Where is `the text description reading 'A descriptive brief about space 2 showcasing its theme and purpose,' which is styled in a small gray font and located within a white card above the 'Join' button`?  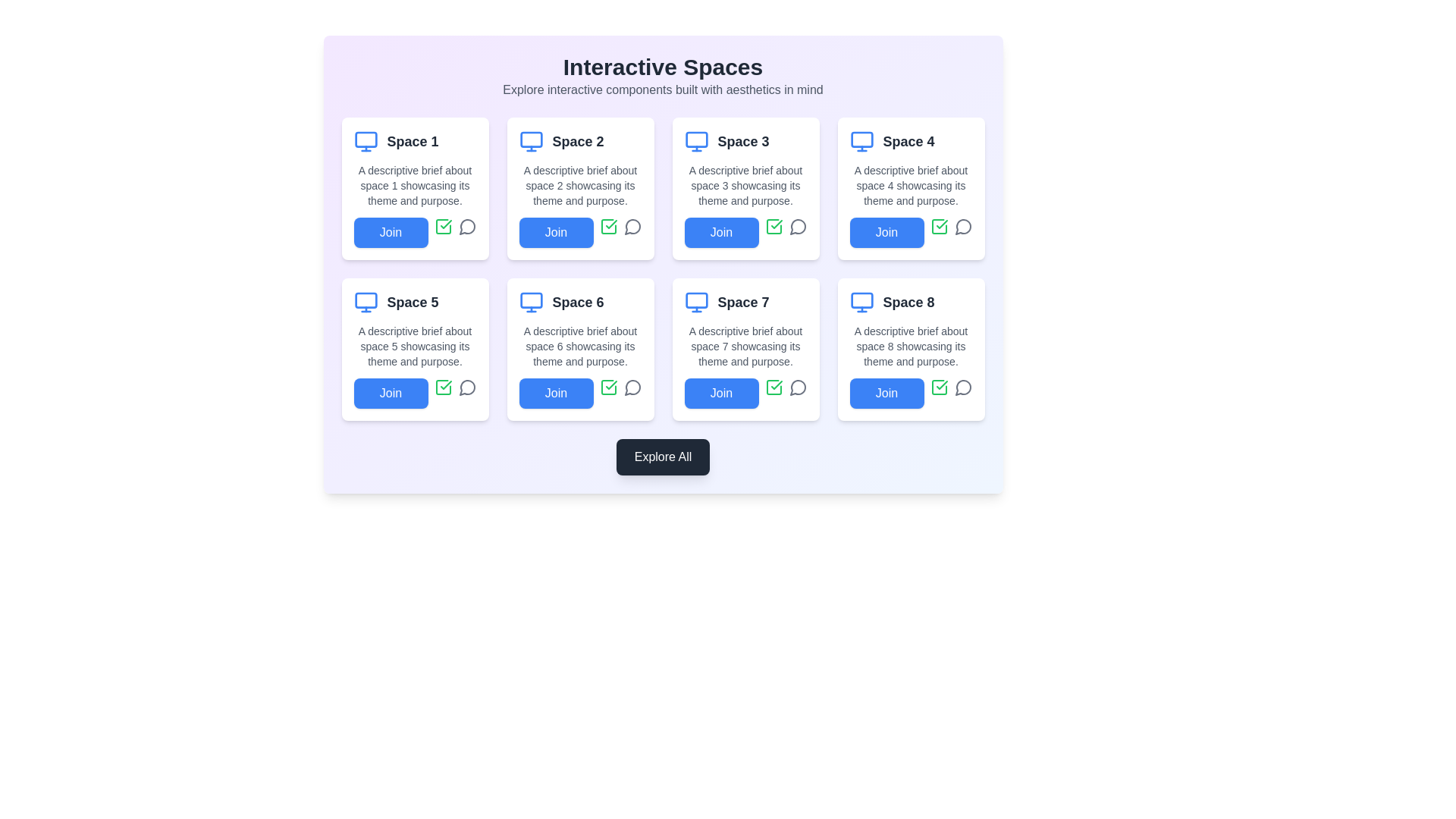
the text description reading 'A descriptive brief about space 2 showcasing its theme and purpose,' which is styled in a small gray font and located within a white card above the 'Join' button is located at coordinates (579, 185).